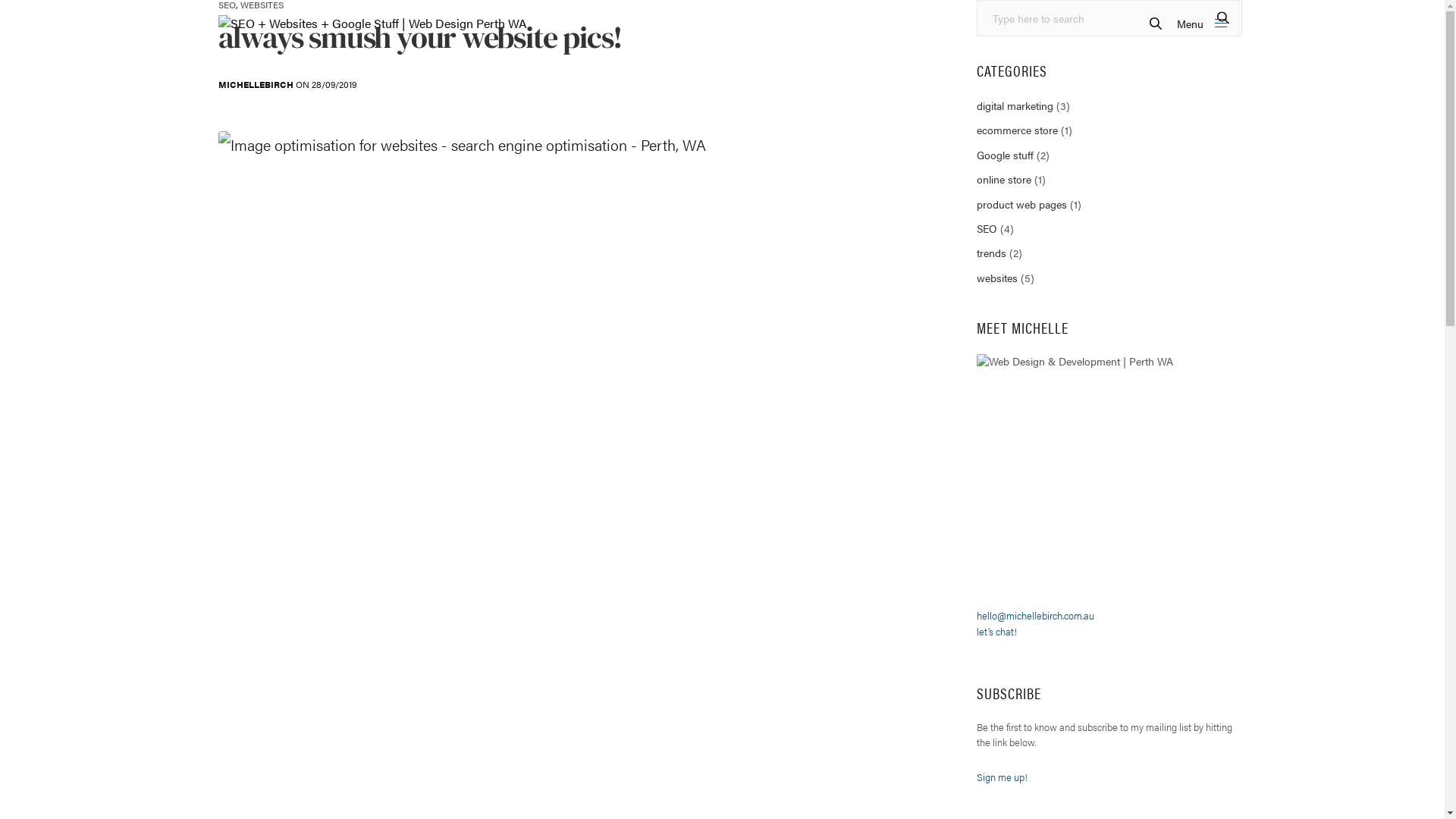  What do you see at coordinates (261, 5) in the screenshot?
I see `'WEBSITES'` at bounding box center [261, 5].